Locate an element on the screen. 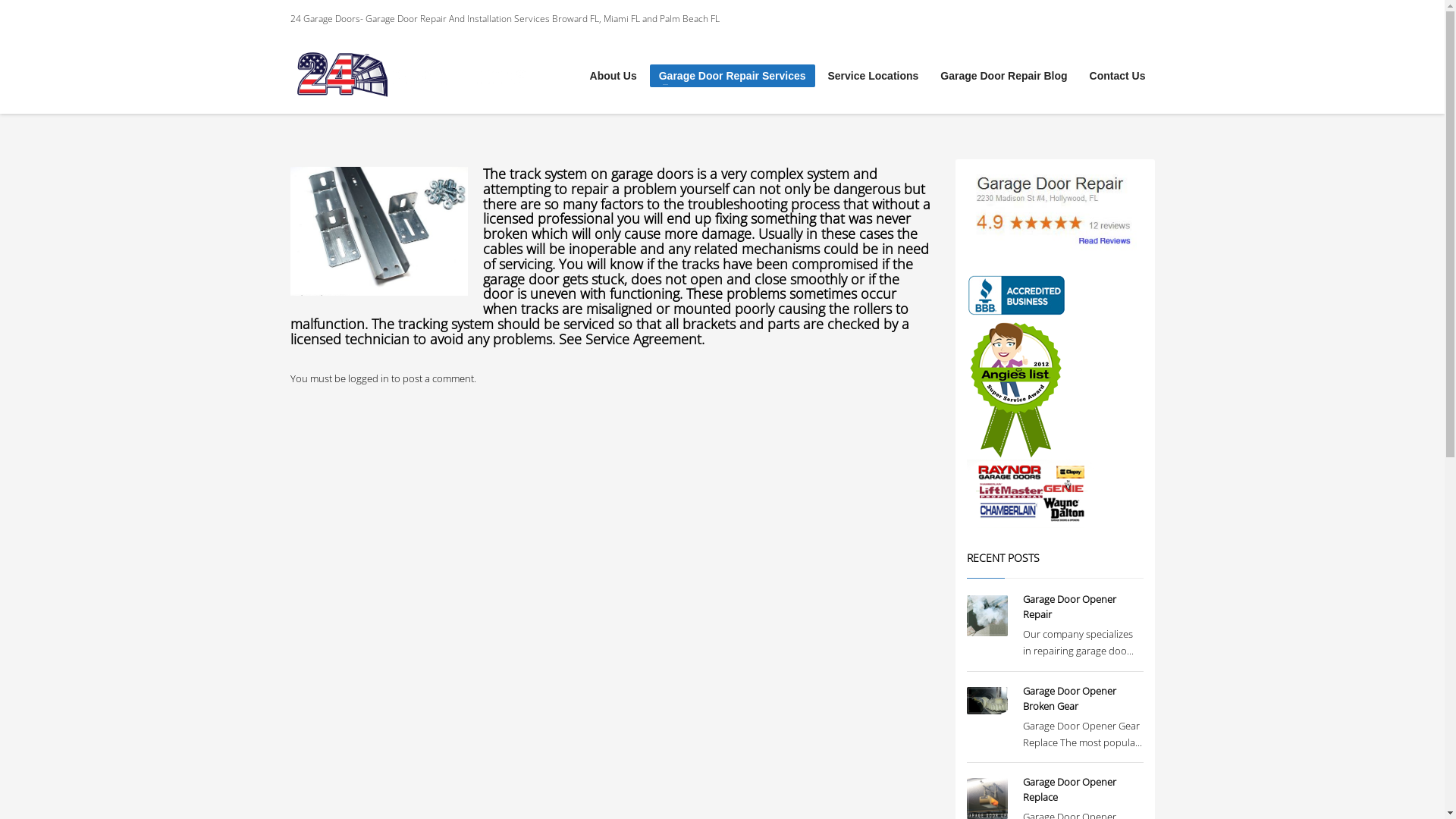 Image resolution: width=1456 pixels, height=819 pixels. 'Garage Door Opener Replace' is located at coordinates (1068, 789).